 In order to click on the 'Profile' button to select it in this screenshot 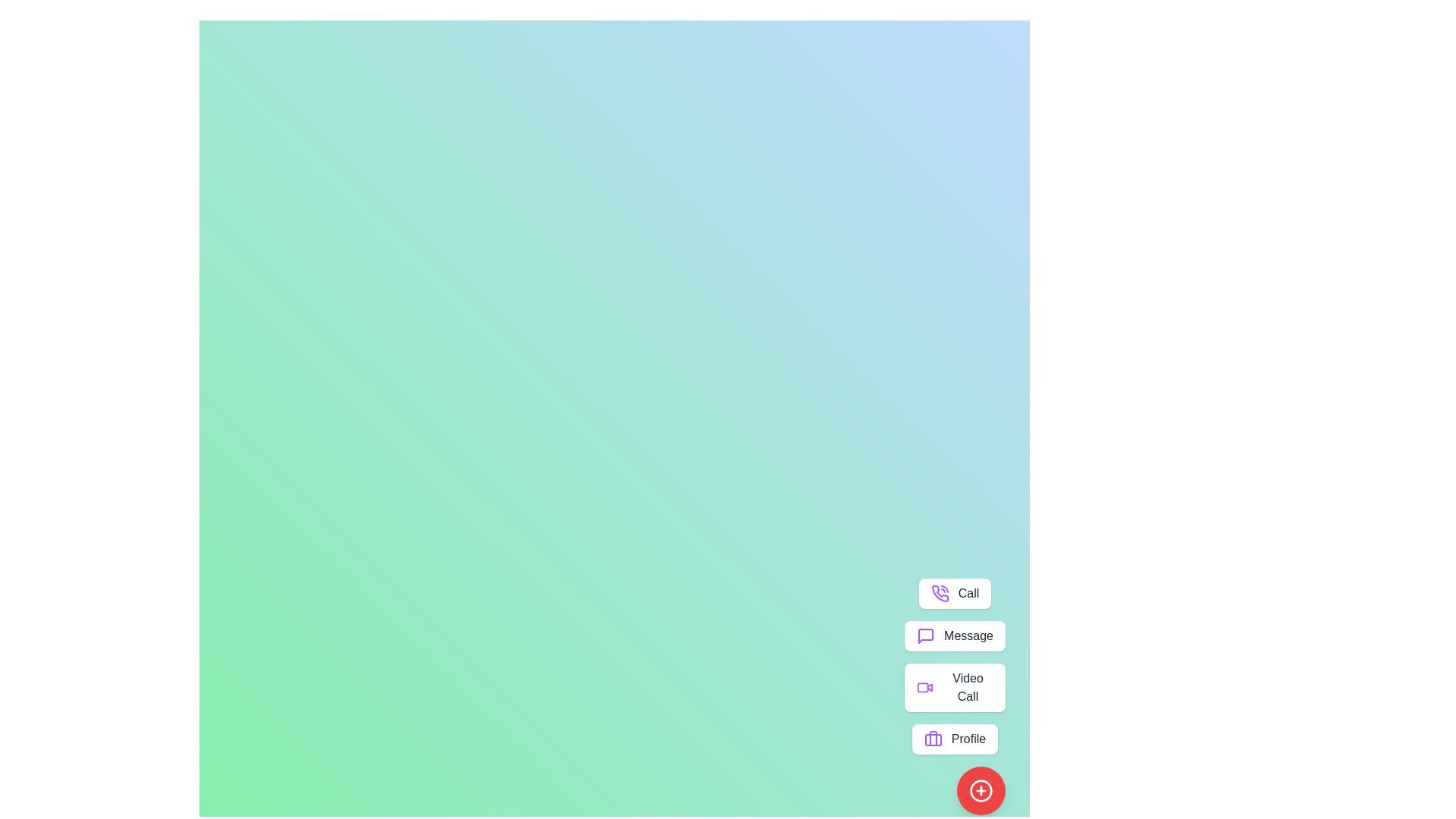, I will do `click(954, 739)`.